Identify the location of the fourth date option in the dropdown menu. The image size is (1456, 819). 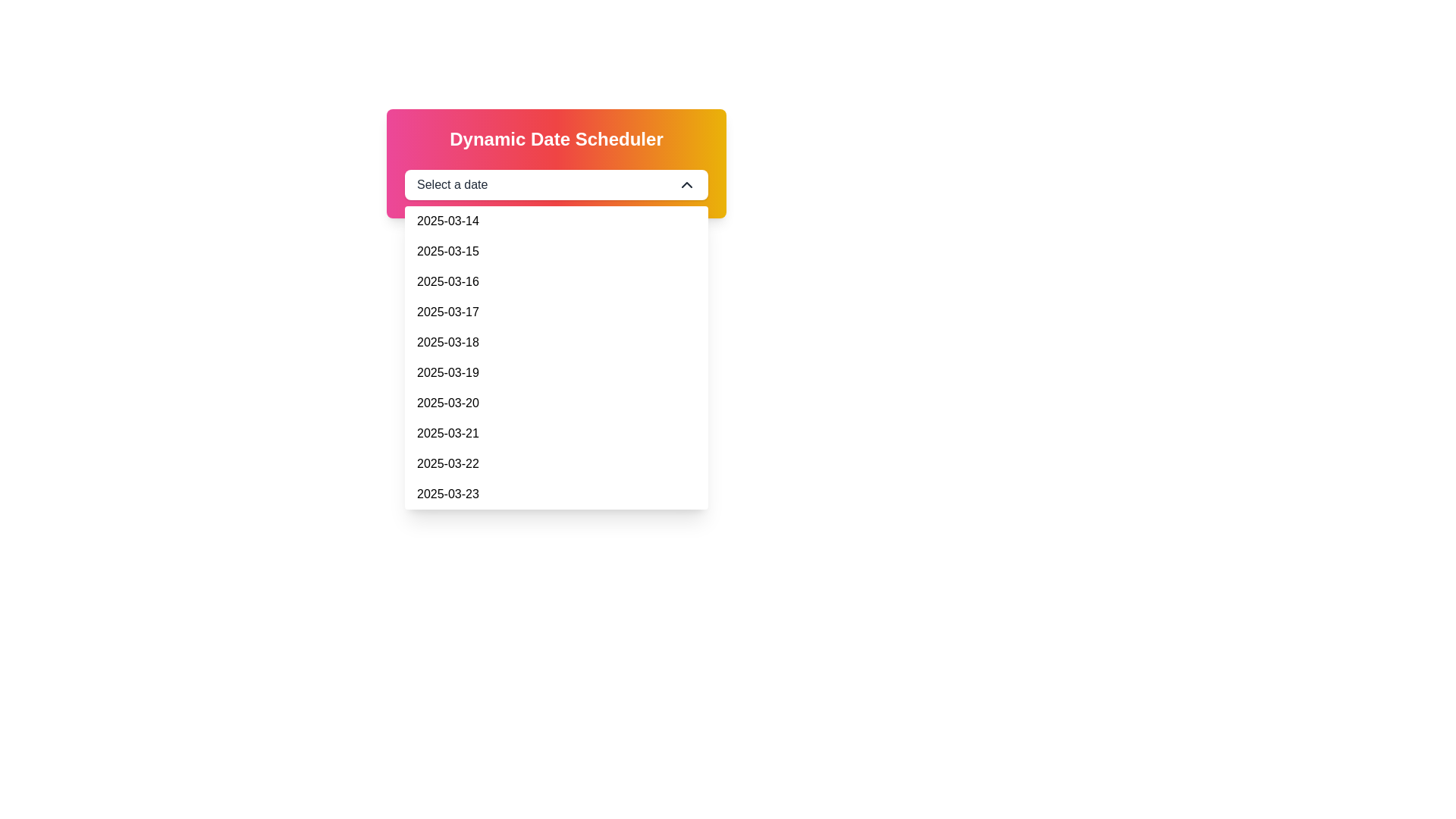
(447, 312).